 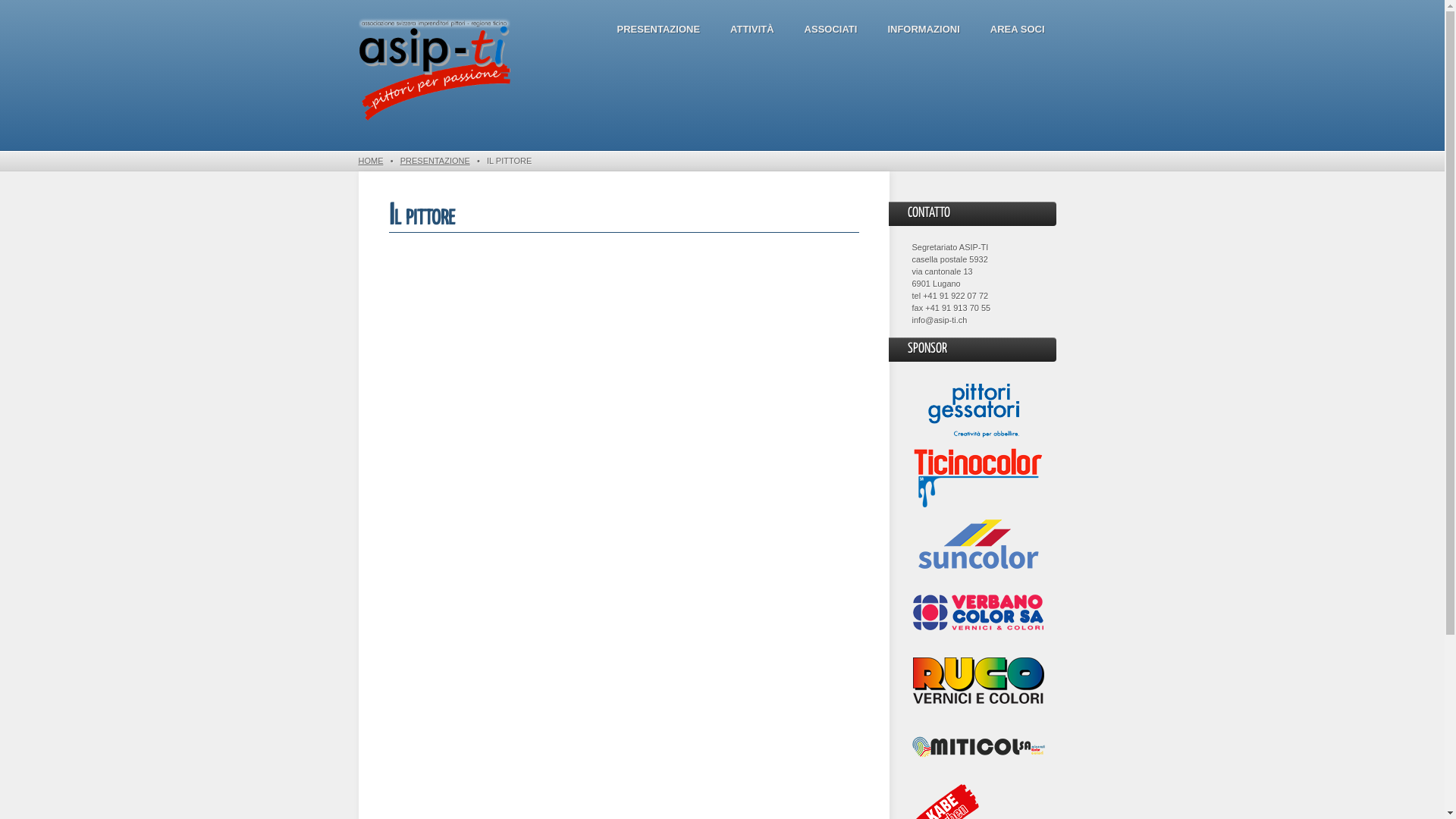 What do you see at coordinates (370, 161) in the screenshot?
I see `'HOME'` at bounding box center [370, 161].